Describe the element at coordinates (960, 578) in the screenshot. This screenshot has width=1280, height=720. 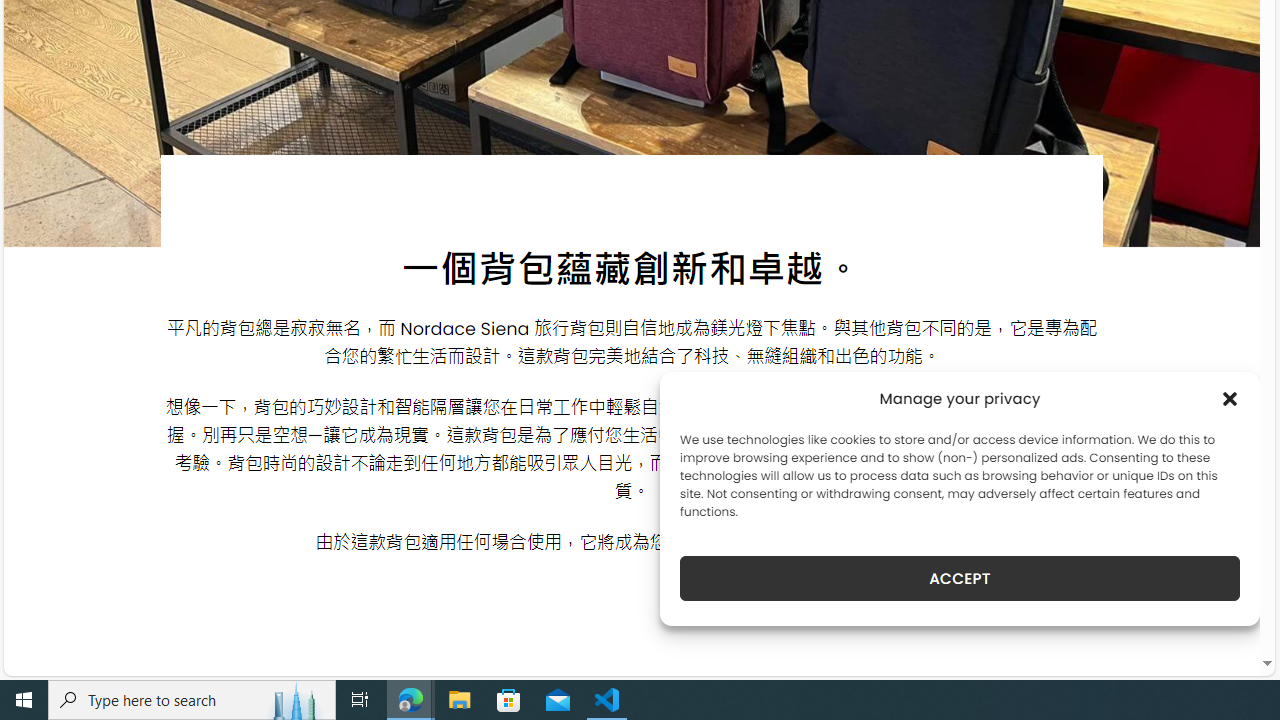
I see `'ACCEPT'` at that location.